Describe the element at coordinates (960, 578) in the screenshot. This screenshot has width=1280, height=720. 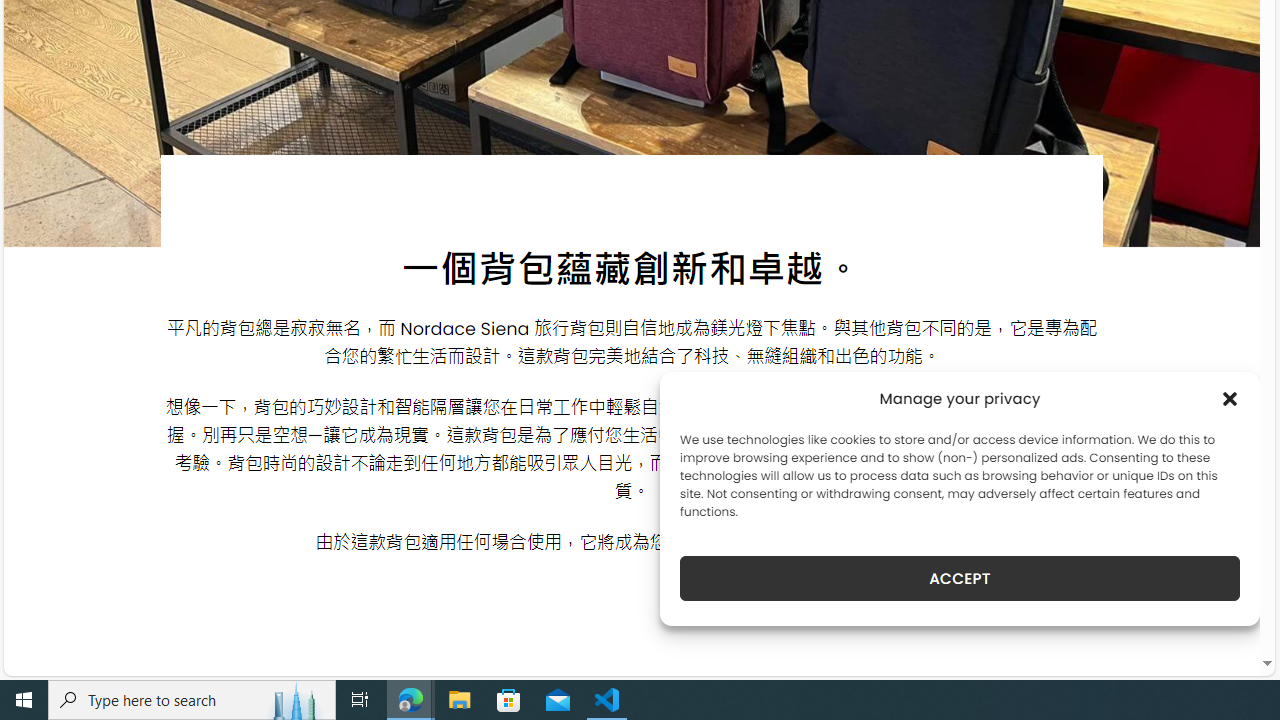
I see `'ACCEPT'` at that location.